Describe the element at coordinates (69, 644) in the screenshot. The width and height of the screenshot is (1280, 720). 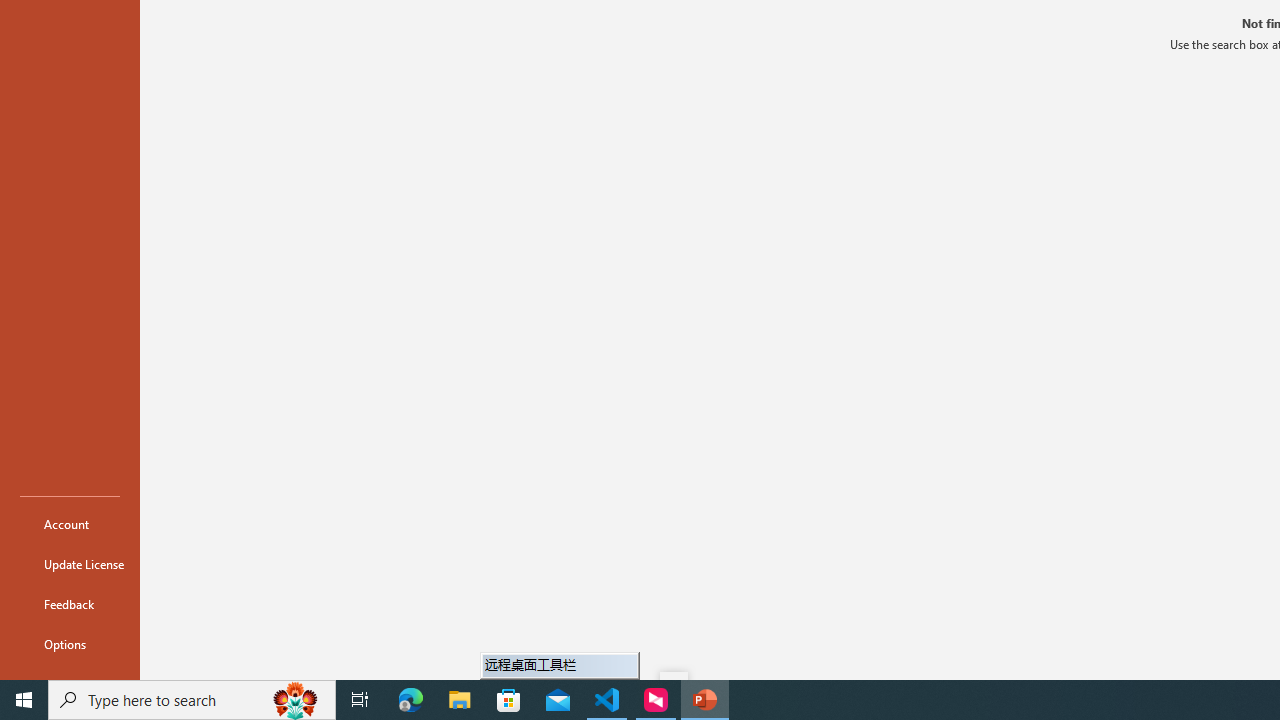
I see `'Options'` at that location.